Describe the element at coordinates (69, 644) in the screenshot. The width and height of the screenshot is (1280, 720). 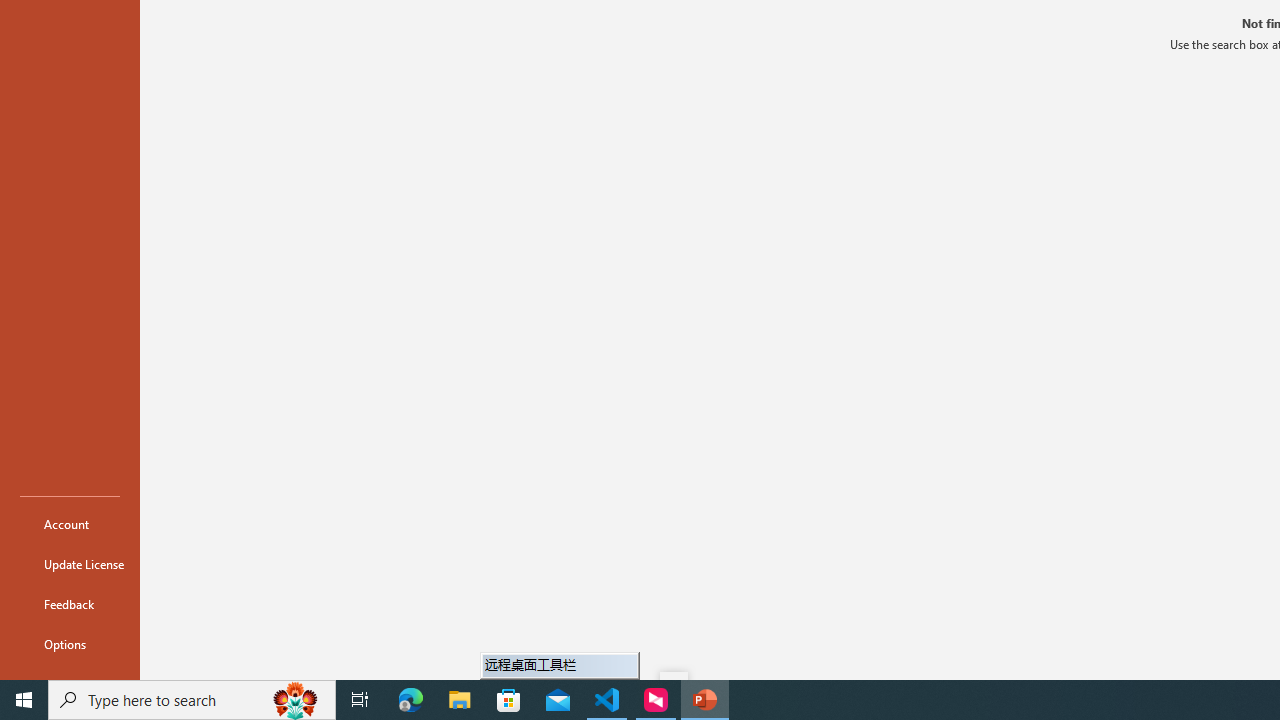
I see `'Options'` at that location.